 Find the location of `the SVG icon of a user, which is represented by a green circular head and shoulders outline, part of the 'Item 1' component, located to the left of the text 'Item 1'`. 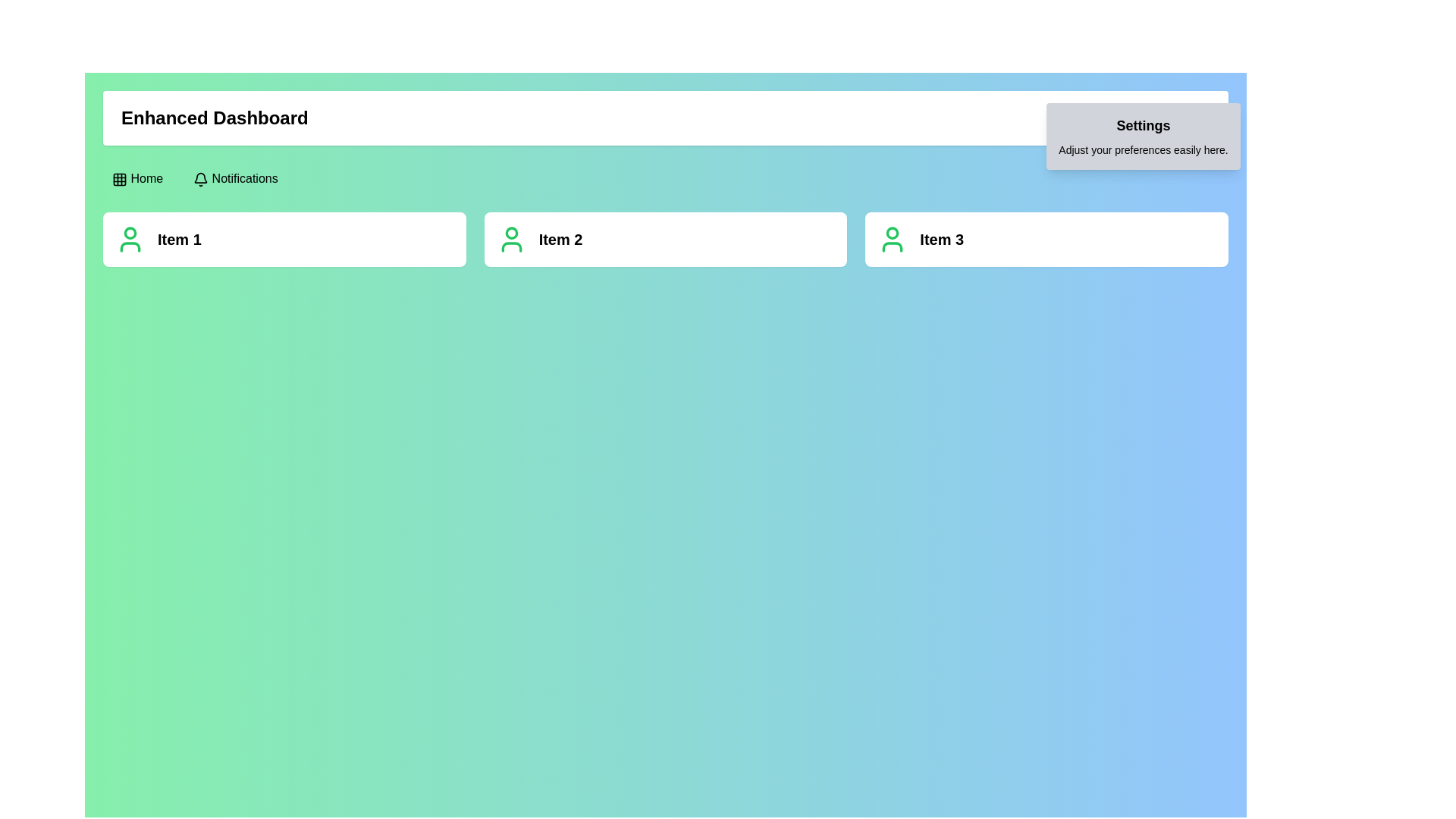

the SVG icon of a user, which is represented by a green circular head and shoulders outline, part of the 'Item 1' component, located to the left of the text 'Item 1' is located at coordinates (130, 239).